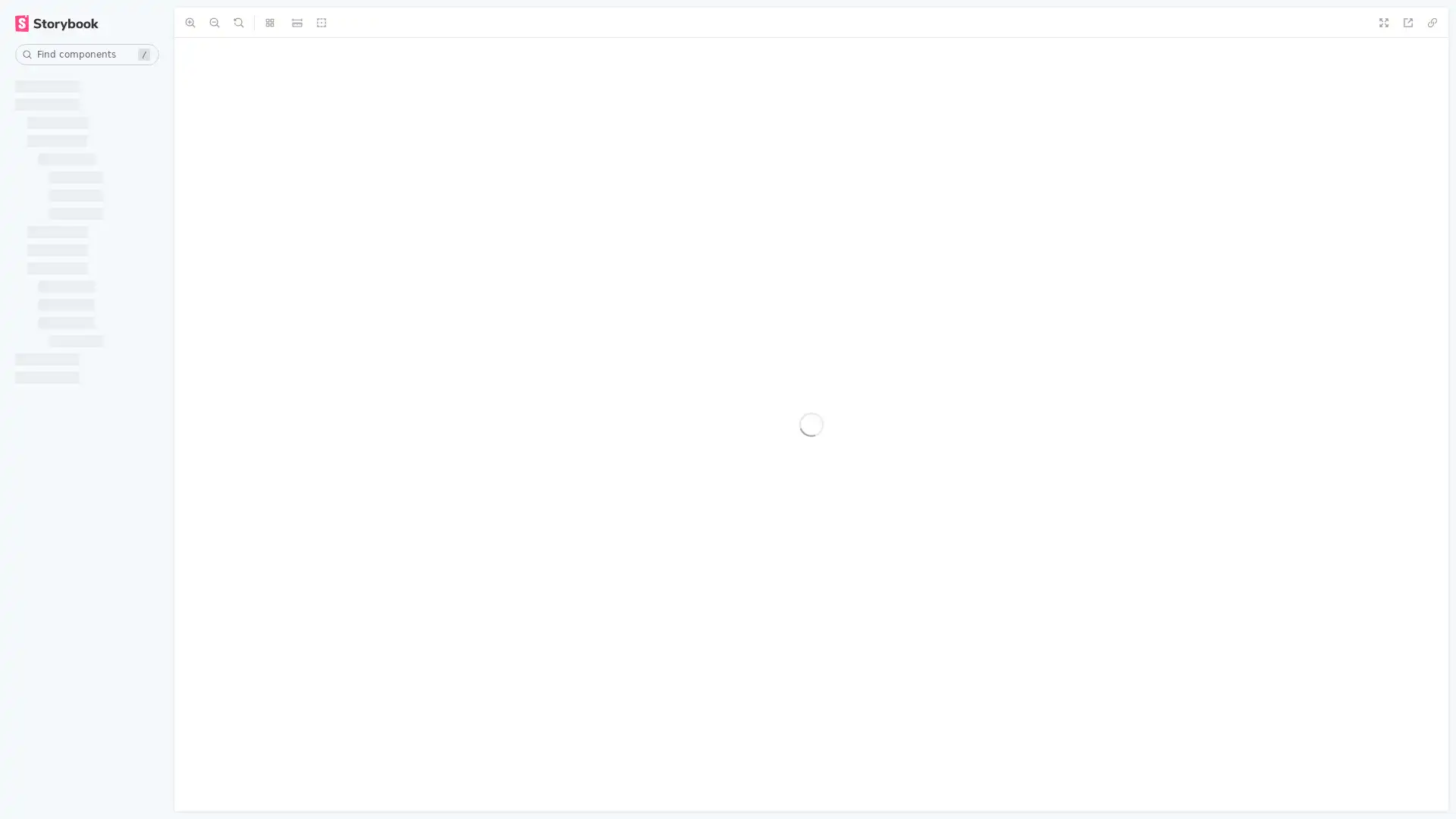 This screenshot has height=819, width=1456. I want to click on Base Font, so click(574, 23).